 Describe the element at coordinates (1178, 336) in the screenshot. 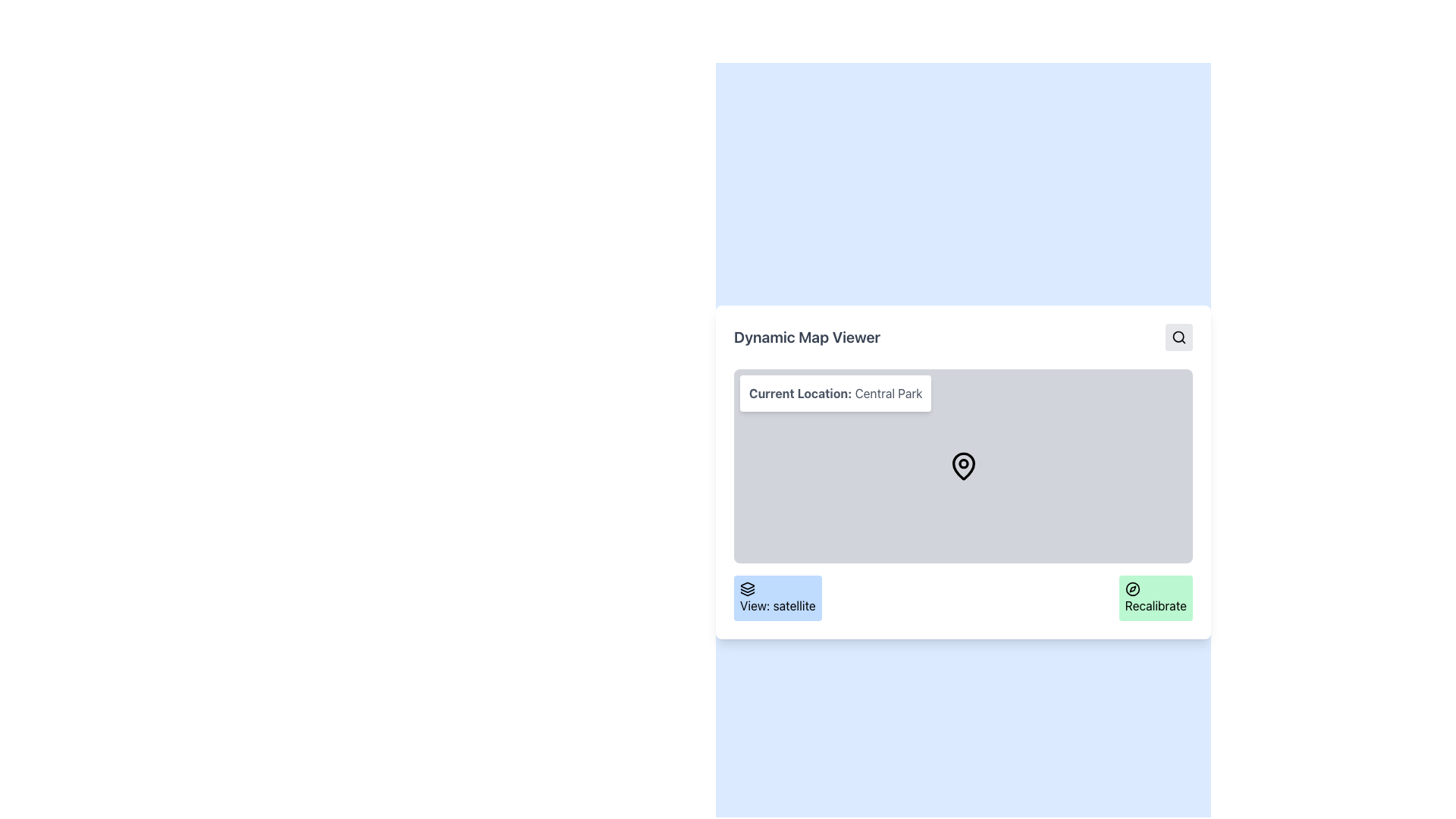

I see `the unfilled circle that is part of the magnifying glass icon, located near the top-right corner of the interface` at that location.